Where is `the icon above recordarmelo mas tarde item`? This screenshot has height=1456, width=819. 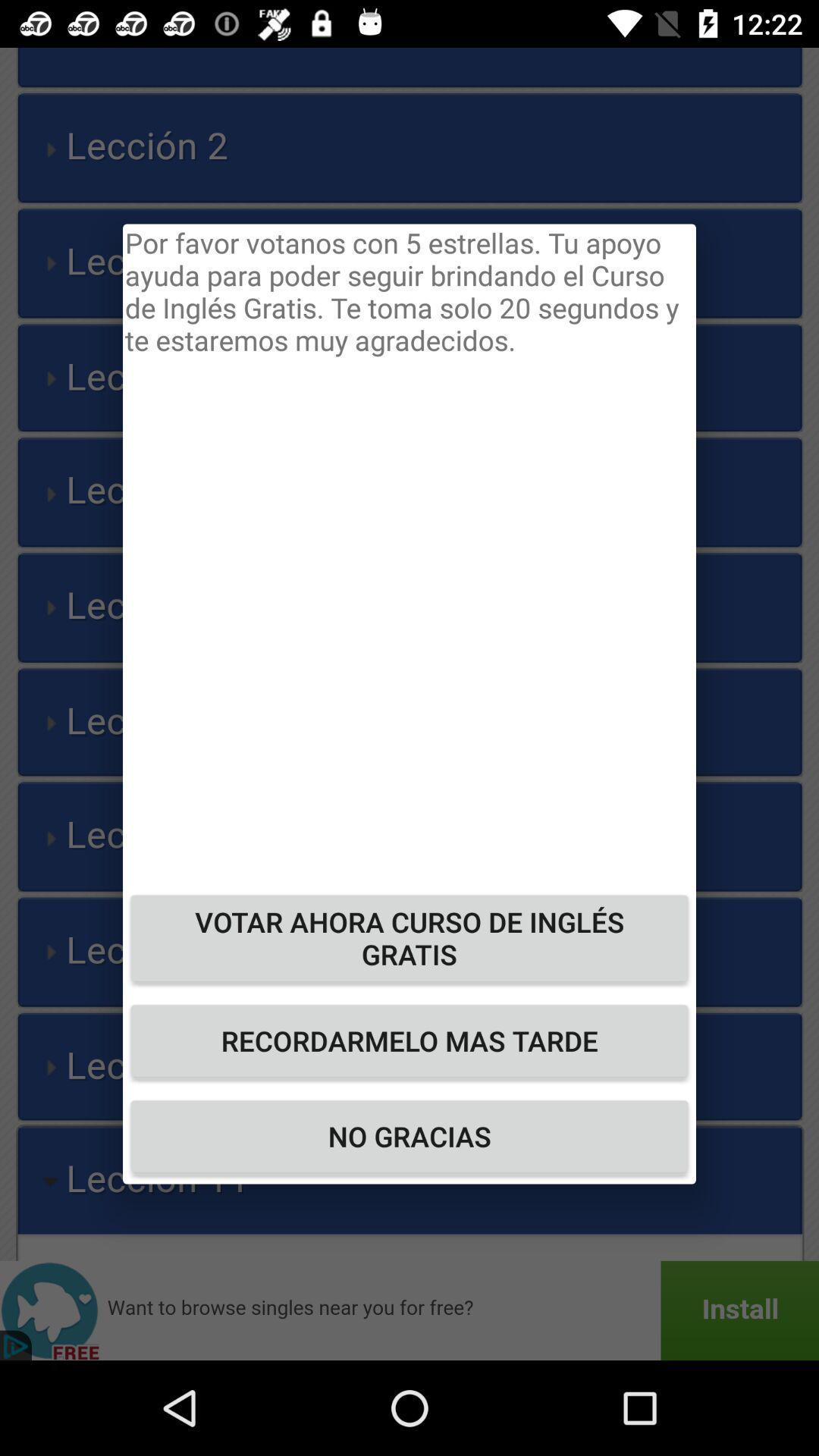
the icon above recordarmelo mas tarde item is located at coordinates (409, 937).